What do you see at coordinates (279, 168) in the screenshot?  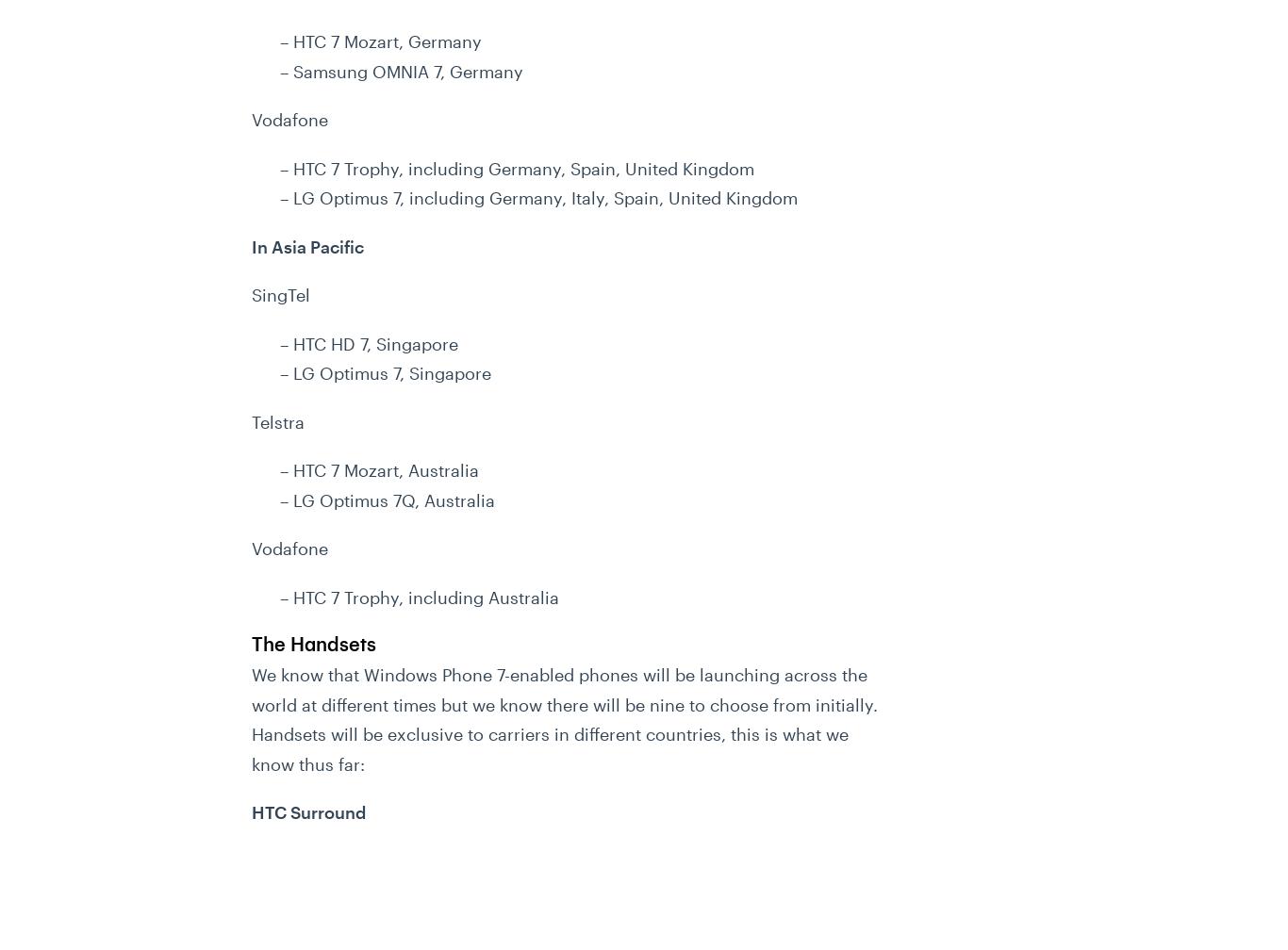 I see `'– HTC 7 Trophy, including Germany, Spain, United Kingdom'` at bounding box center [279, 168].